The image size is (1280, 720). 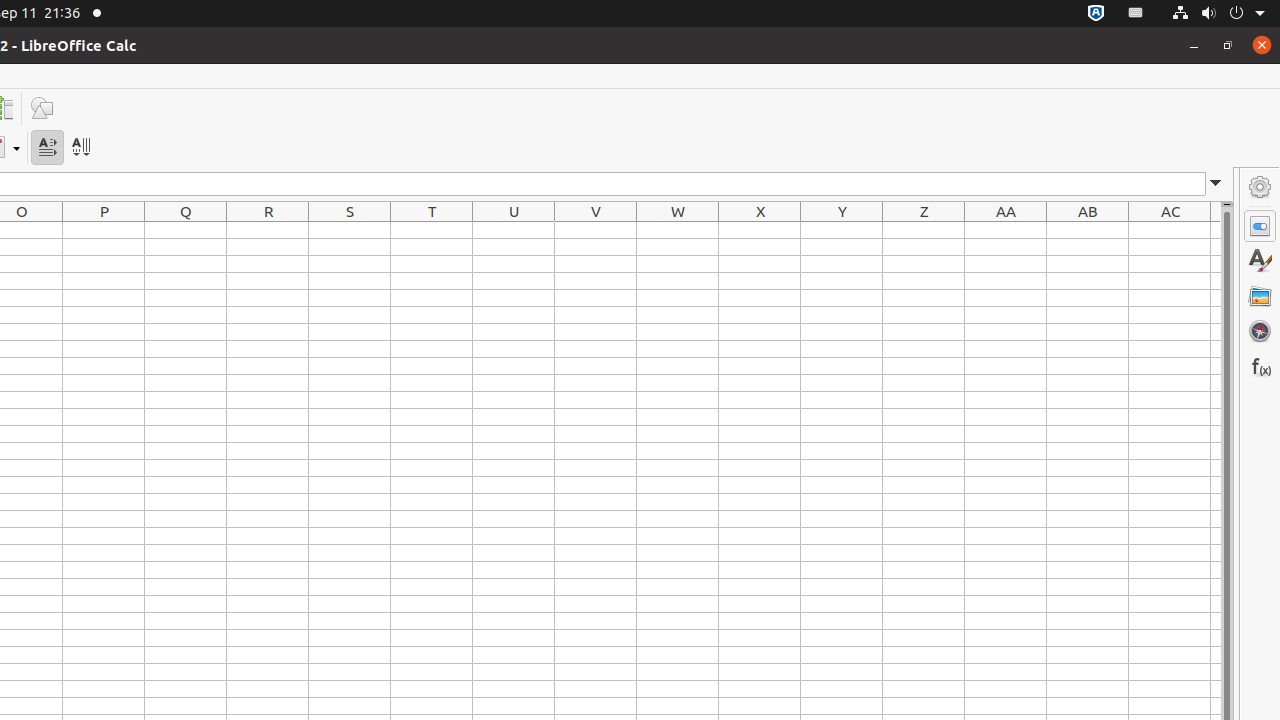 I want to click on 'V1', so click(x=594, y=229).